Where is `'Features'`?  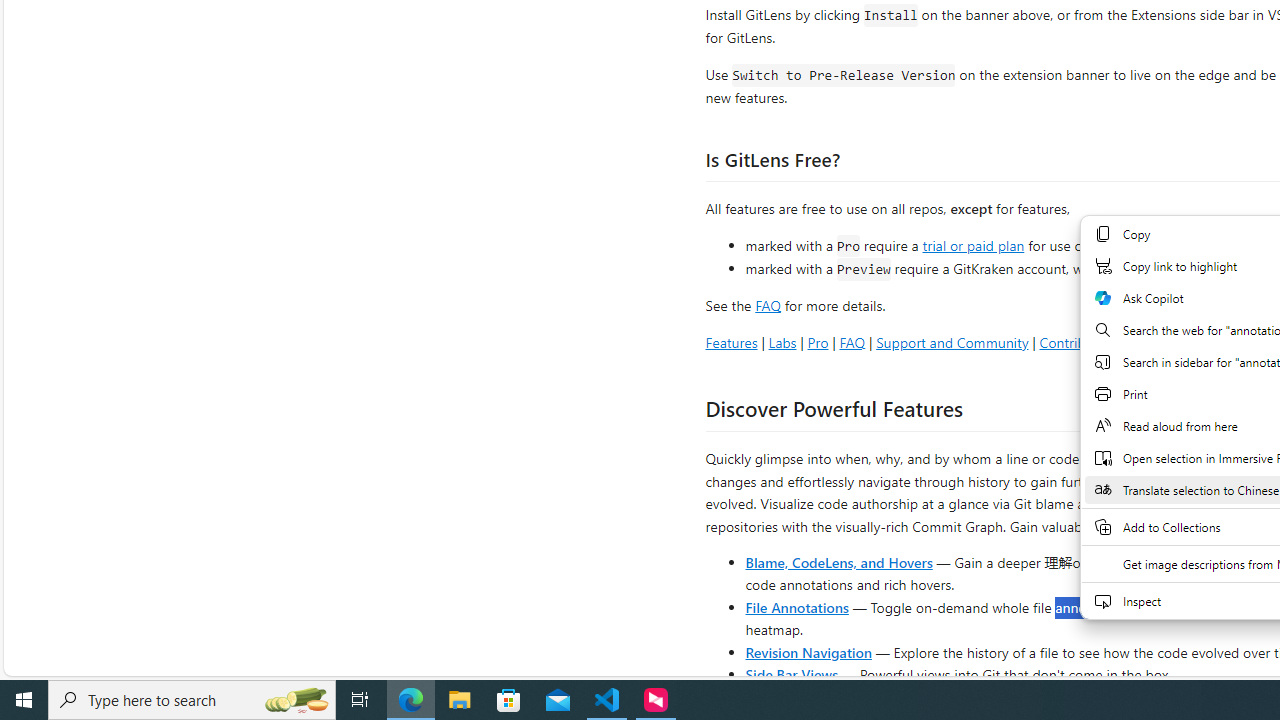 'Features' is located at coordinates (730, 341).